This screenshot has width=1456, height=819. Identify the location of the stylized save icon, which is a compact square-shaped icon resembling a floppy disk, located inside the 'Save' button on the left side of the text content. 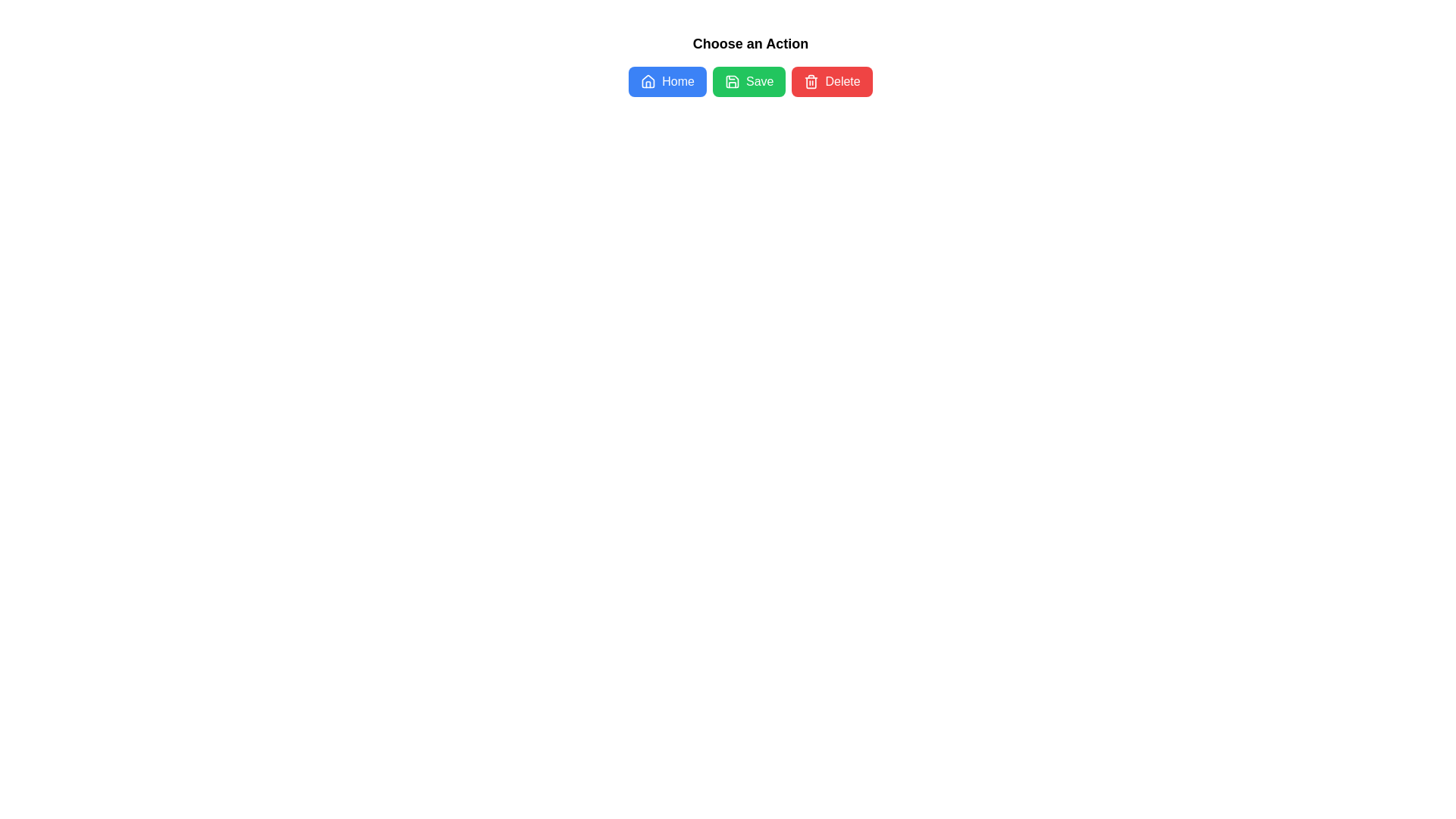
(732, 82).